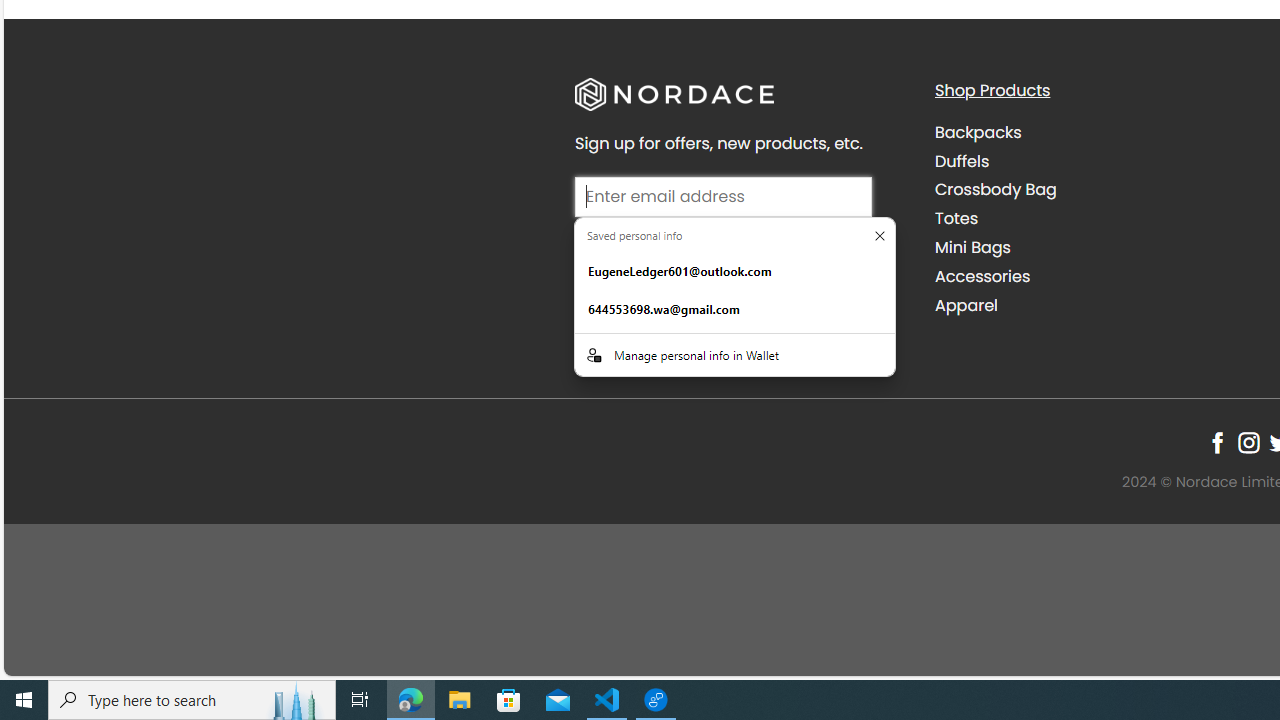 The height and width of the screenshot is (720, 1280). What do you see at coordinates (1216, 441) in the screenshot?
I see `'Follow on Facebook'` at bounding box center [1216, 441].